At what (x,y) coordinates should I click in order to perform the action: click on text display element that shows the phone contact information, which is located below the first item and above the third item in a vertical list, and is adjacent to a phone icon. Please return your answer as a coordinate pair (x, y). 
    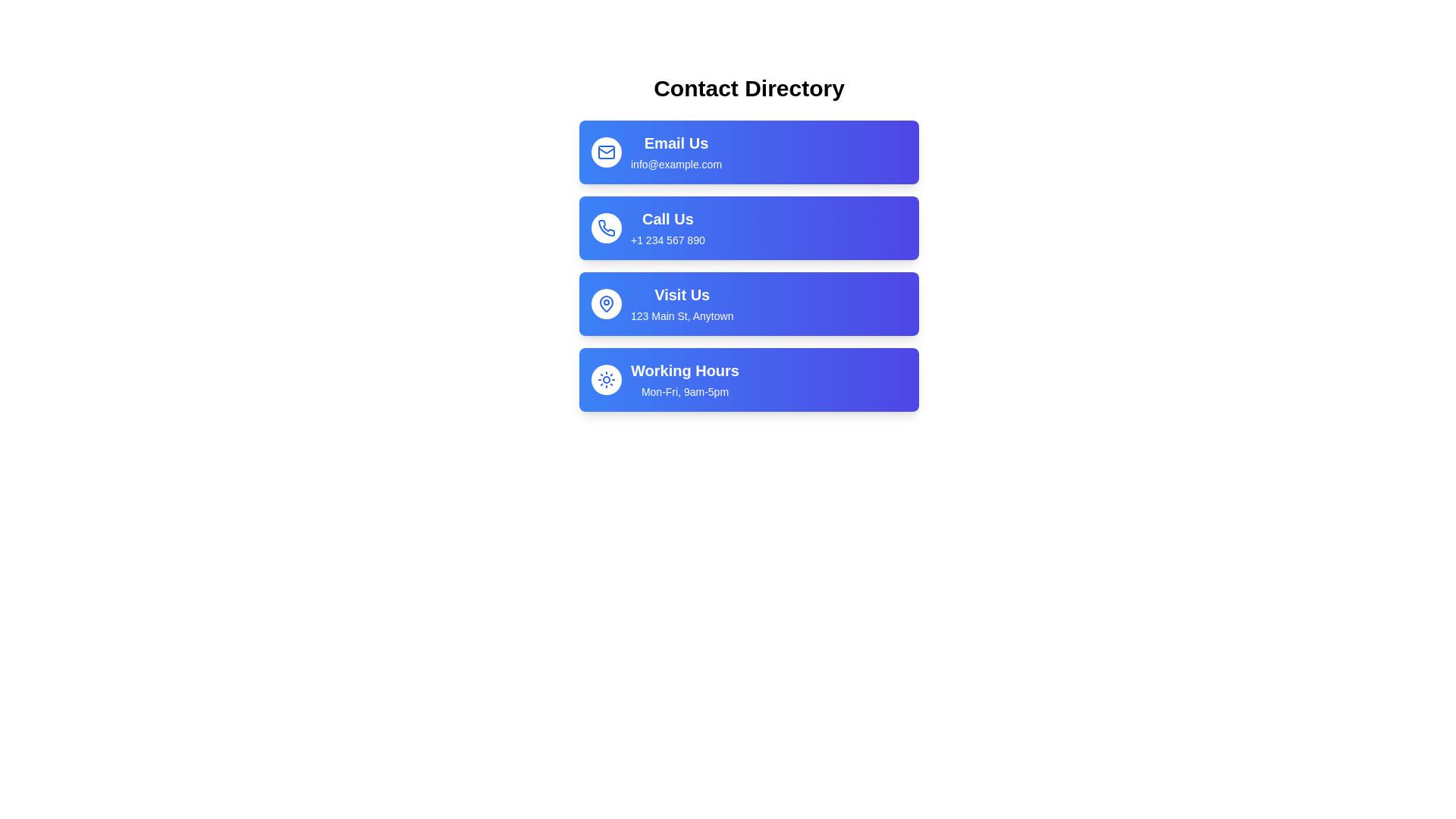
    Looking at the image, I should click on (667, 227).